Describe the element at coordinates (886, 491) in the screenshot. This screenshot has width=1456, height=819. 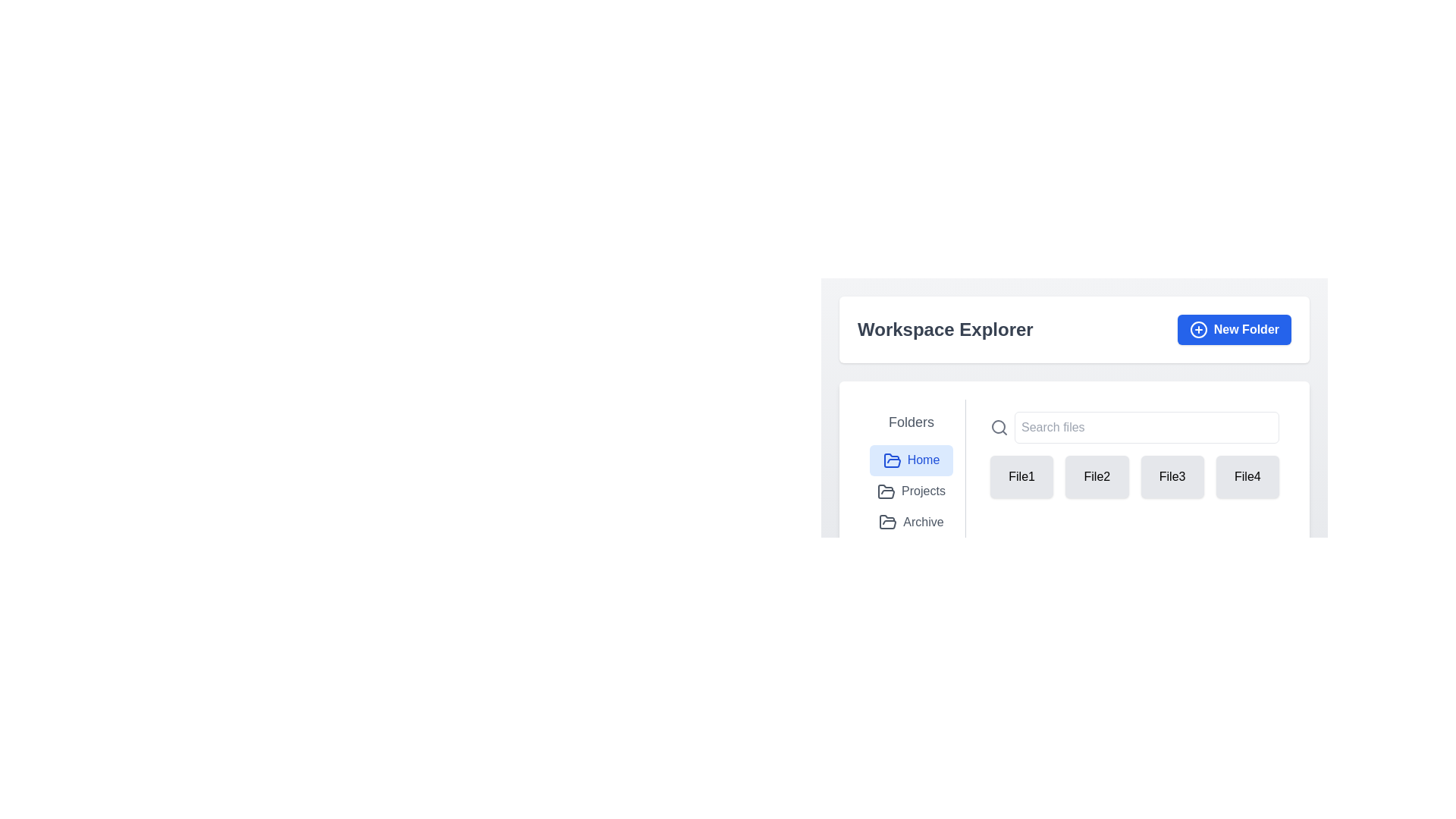
I see `the 'Projects' folder icon in the navigation menu, which is the second item in the list and located to the left of the text 'Projects'` at that location.